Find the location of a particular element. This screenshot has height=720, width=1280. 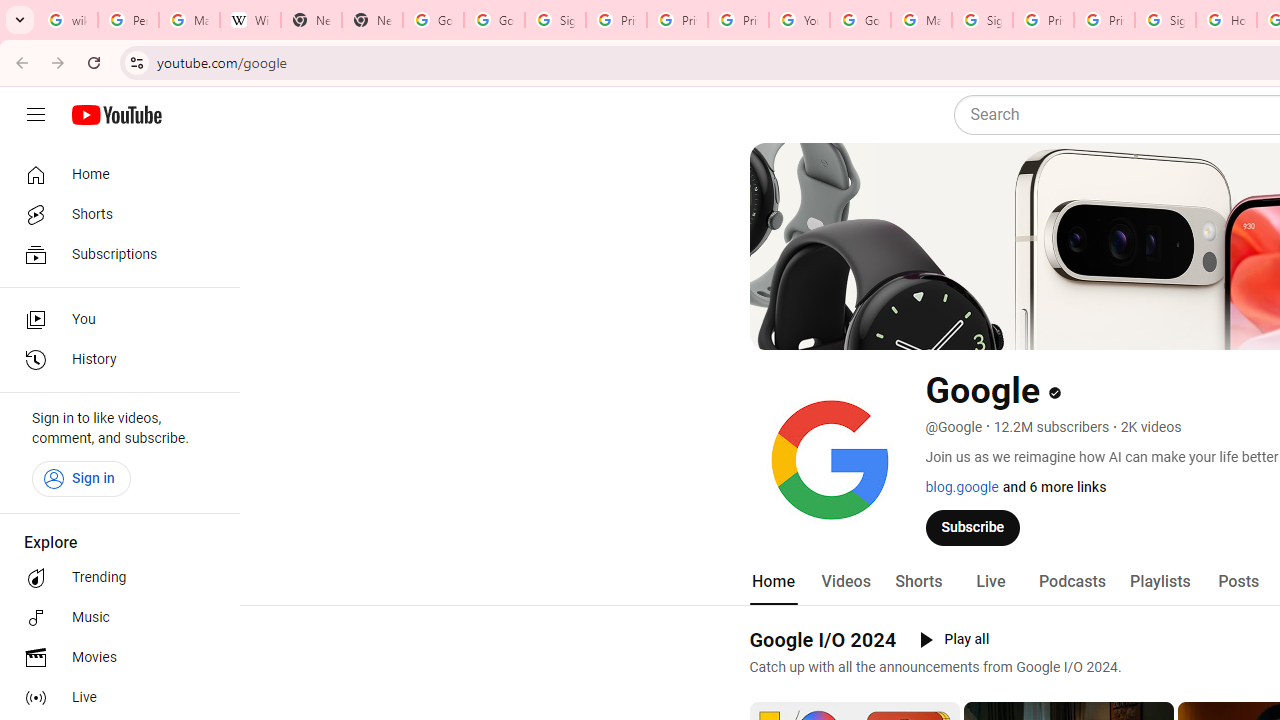

'Trending' is located at coordinates (112, 578).